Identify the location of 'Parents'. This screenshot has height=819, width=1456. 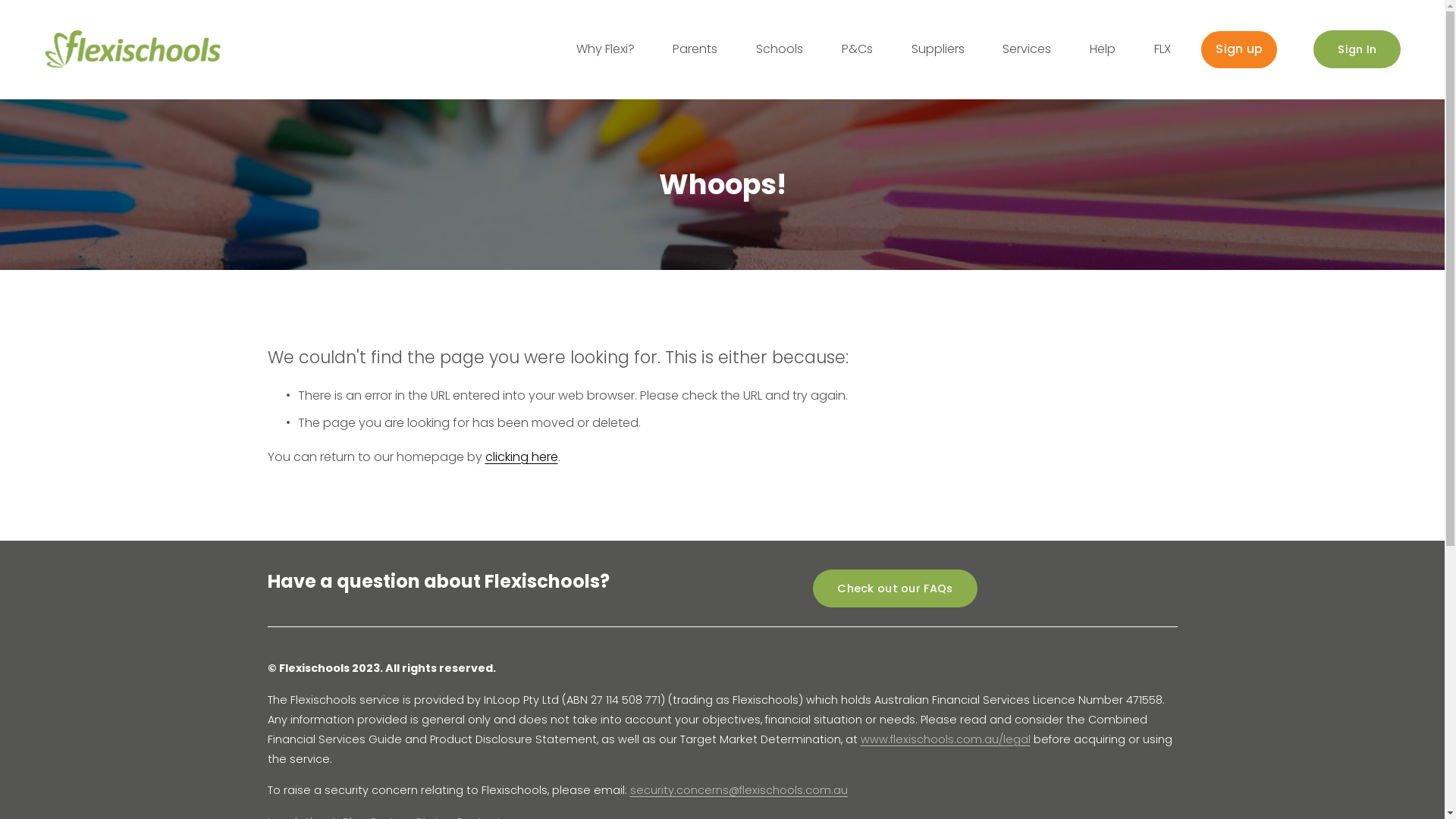
(694, 49).